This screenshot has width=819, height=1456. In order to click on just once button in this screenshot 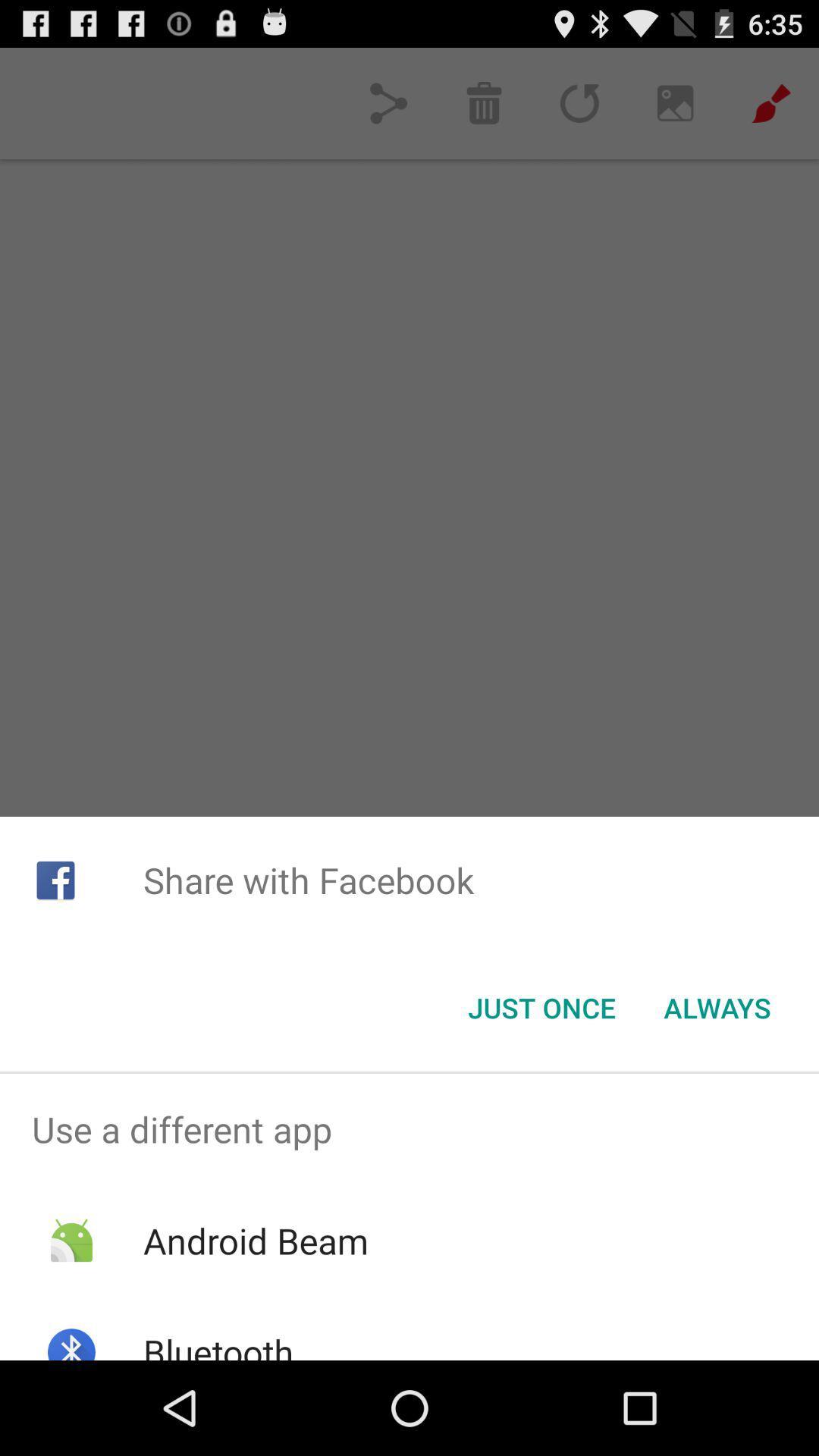, I will do `click(541, 1008)`.